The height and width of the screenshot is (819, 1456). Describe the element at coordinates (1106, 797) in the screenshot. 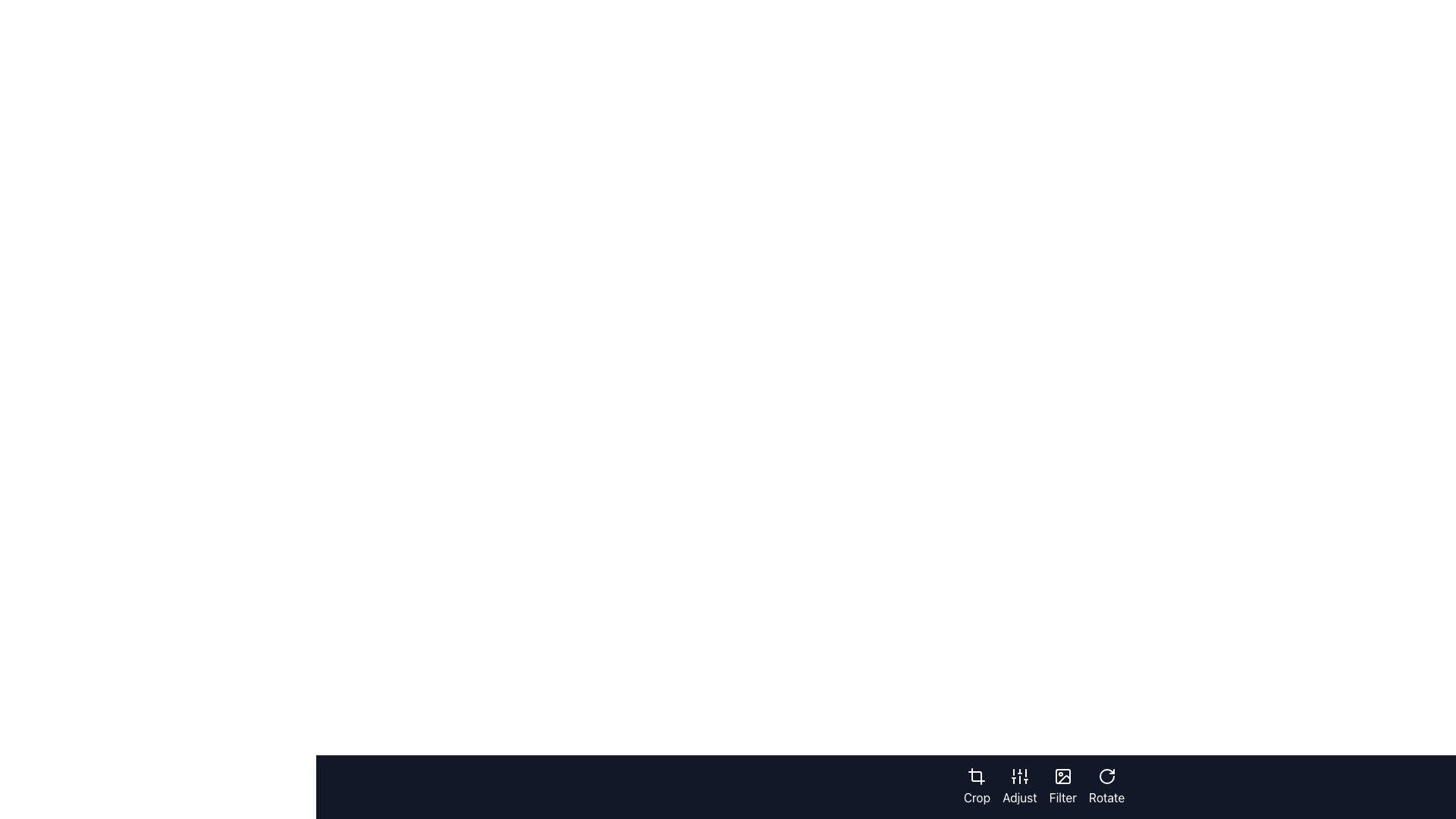

I see `the 'Rotate' button located at the bottom of the interface, to the right of the 'Filter' option` at that location.